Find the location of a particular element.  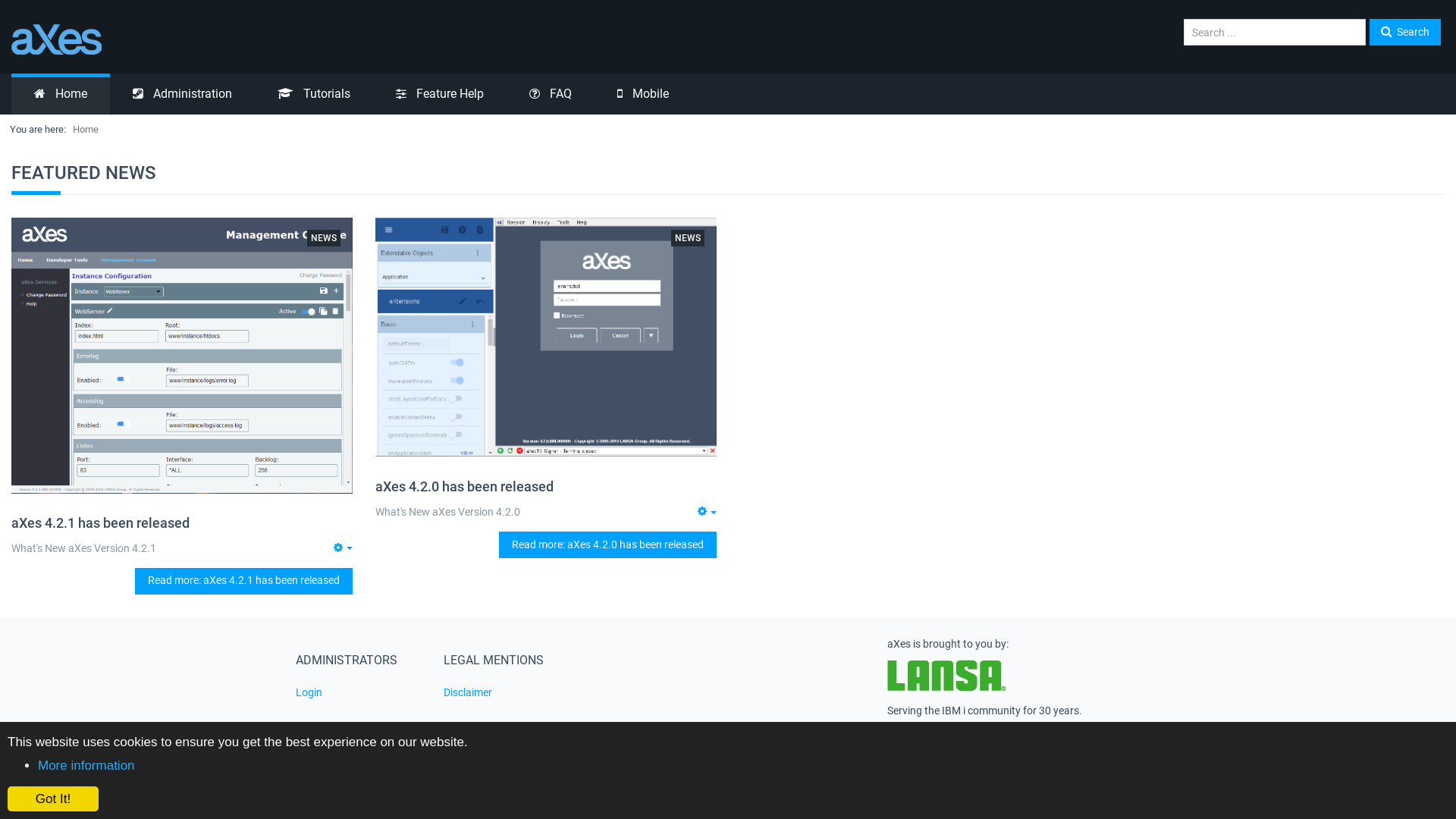

'Disclaimer' is located at coordinates (506, 692).